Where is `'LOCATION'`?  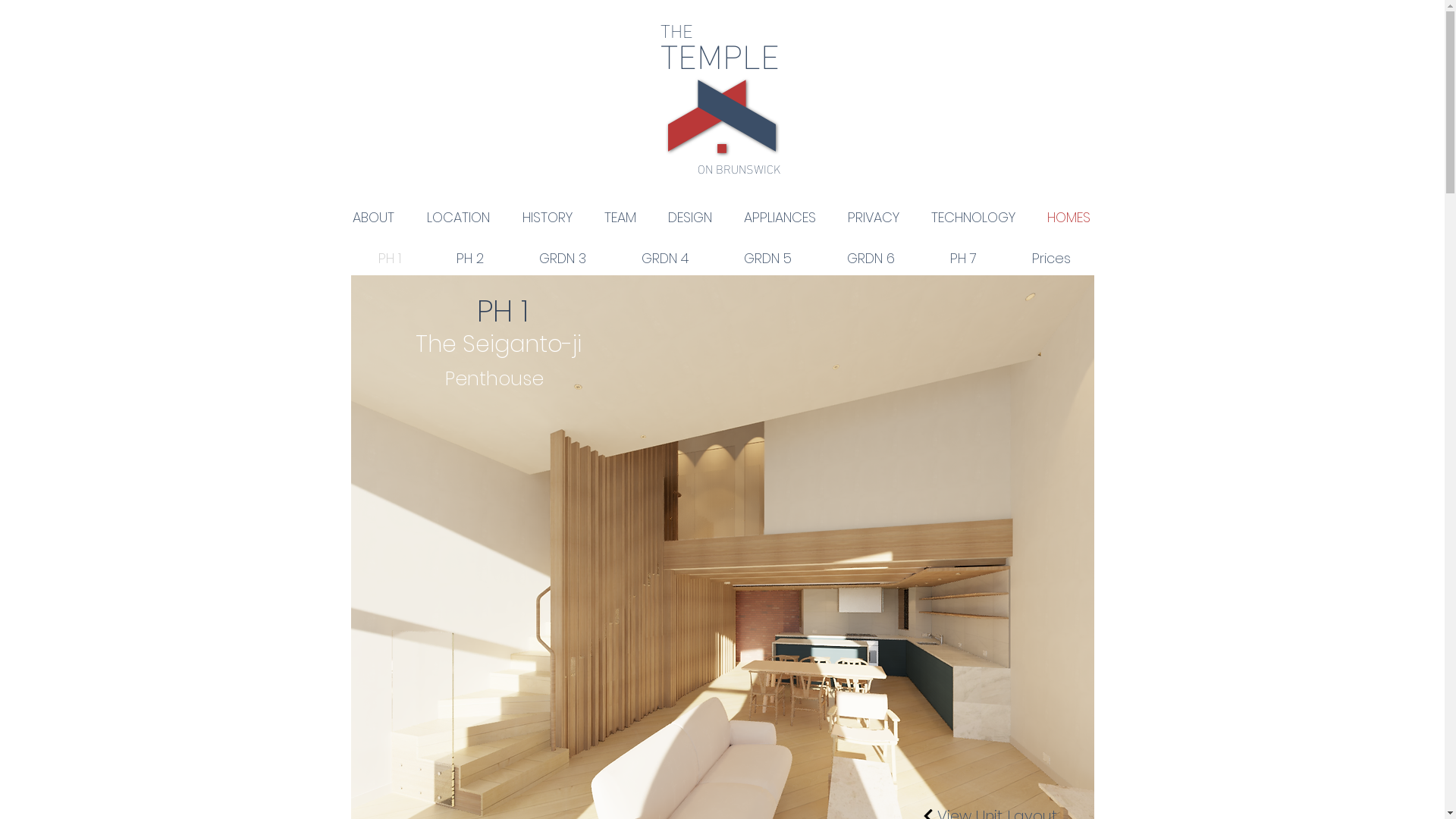
'LOCATION' is located at coordinates (457, 217).